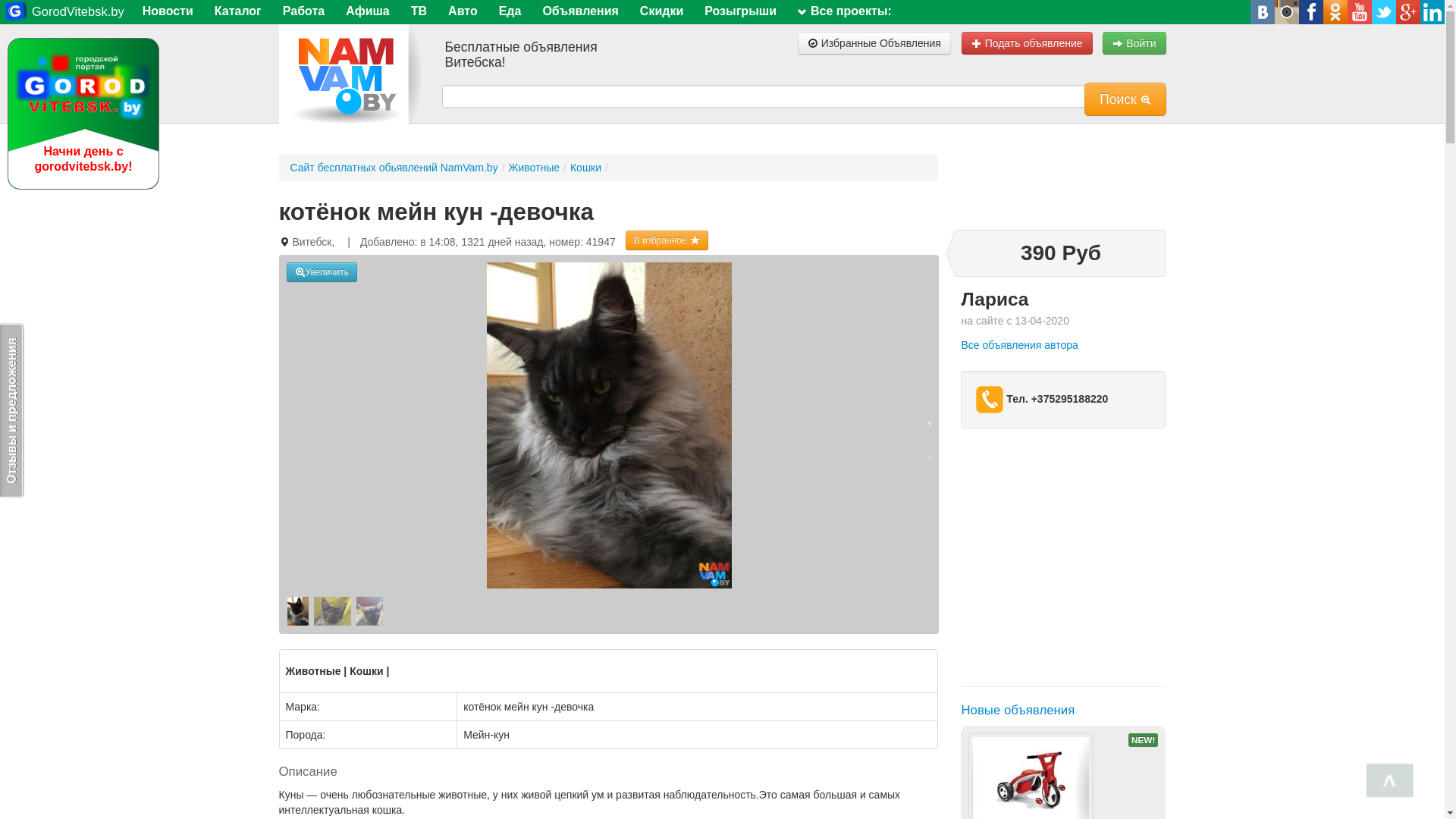 The height and width of the screenshot is (819, 1456). Describe the element at coordinates (3, 11) in the screenshot. I see `'GorodVitebsk.by'` at that location.